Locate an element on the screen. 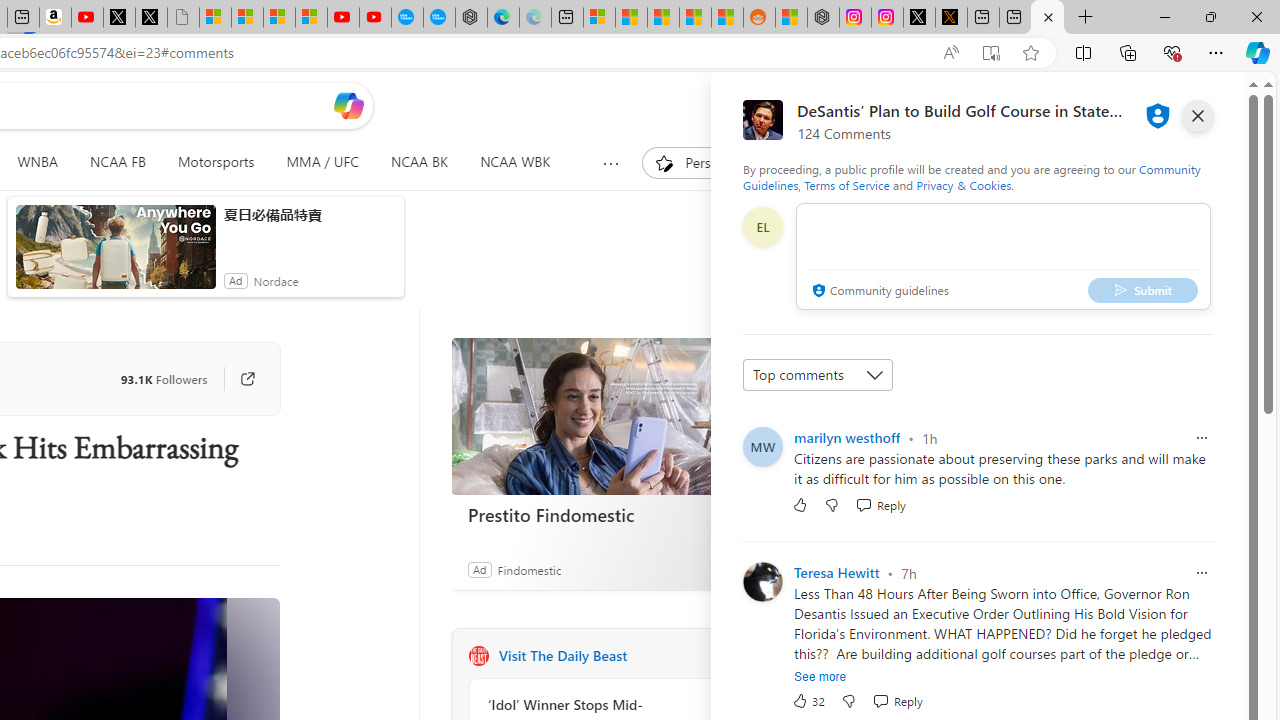 Image resolution: width=1280 pixels, height=720 pixels. 'YouTube Kids - An App Created for Kids to Explore Content' is located at coordinates (375, 17).